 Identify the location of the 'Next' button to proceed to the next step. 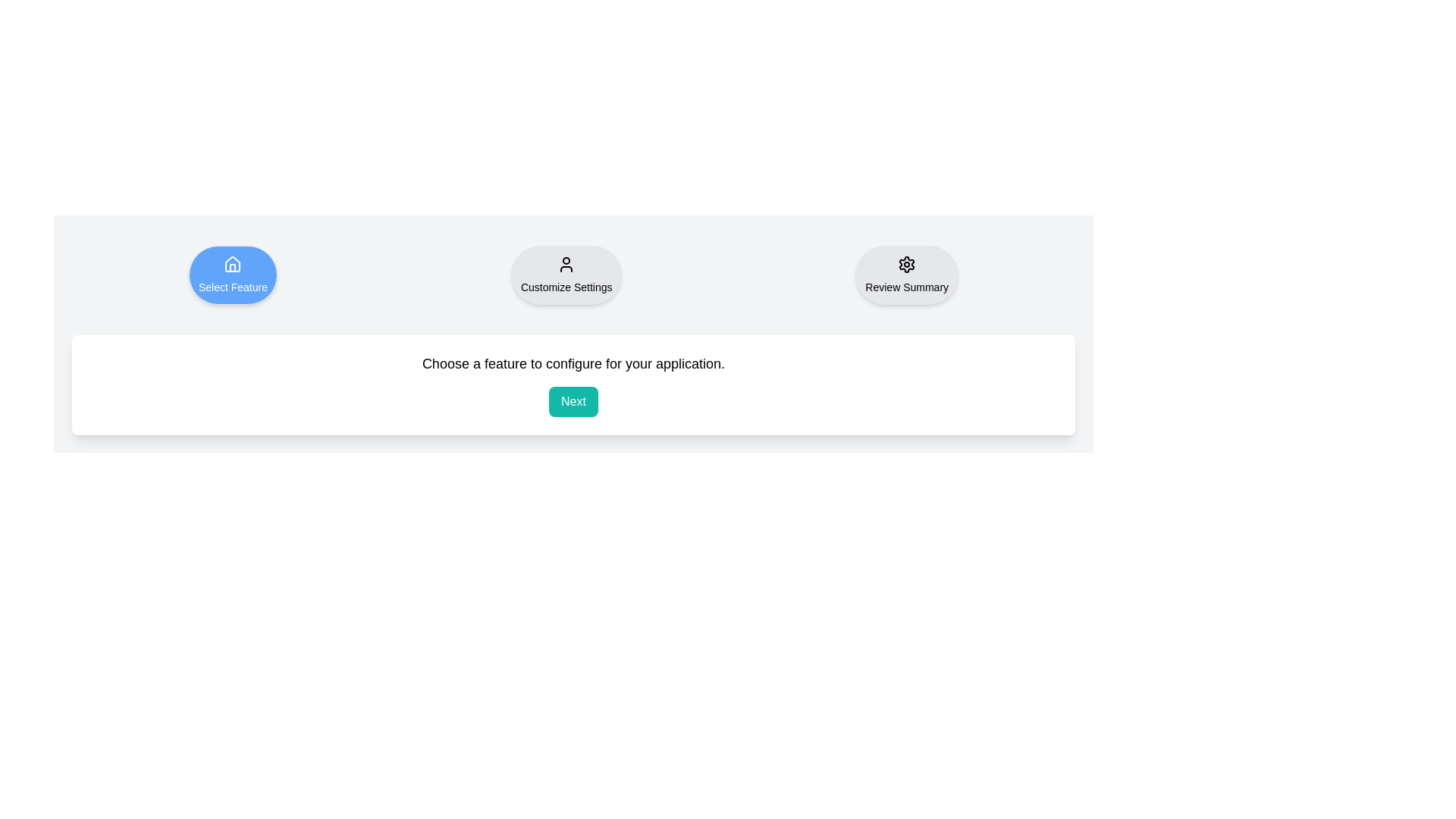
(573, 400).